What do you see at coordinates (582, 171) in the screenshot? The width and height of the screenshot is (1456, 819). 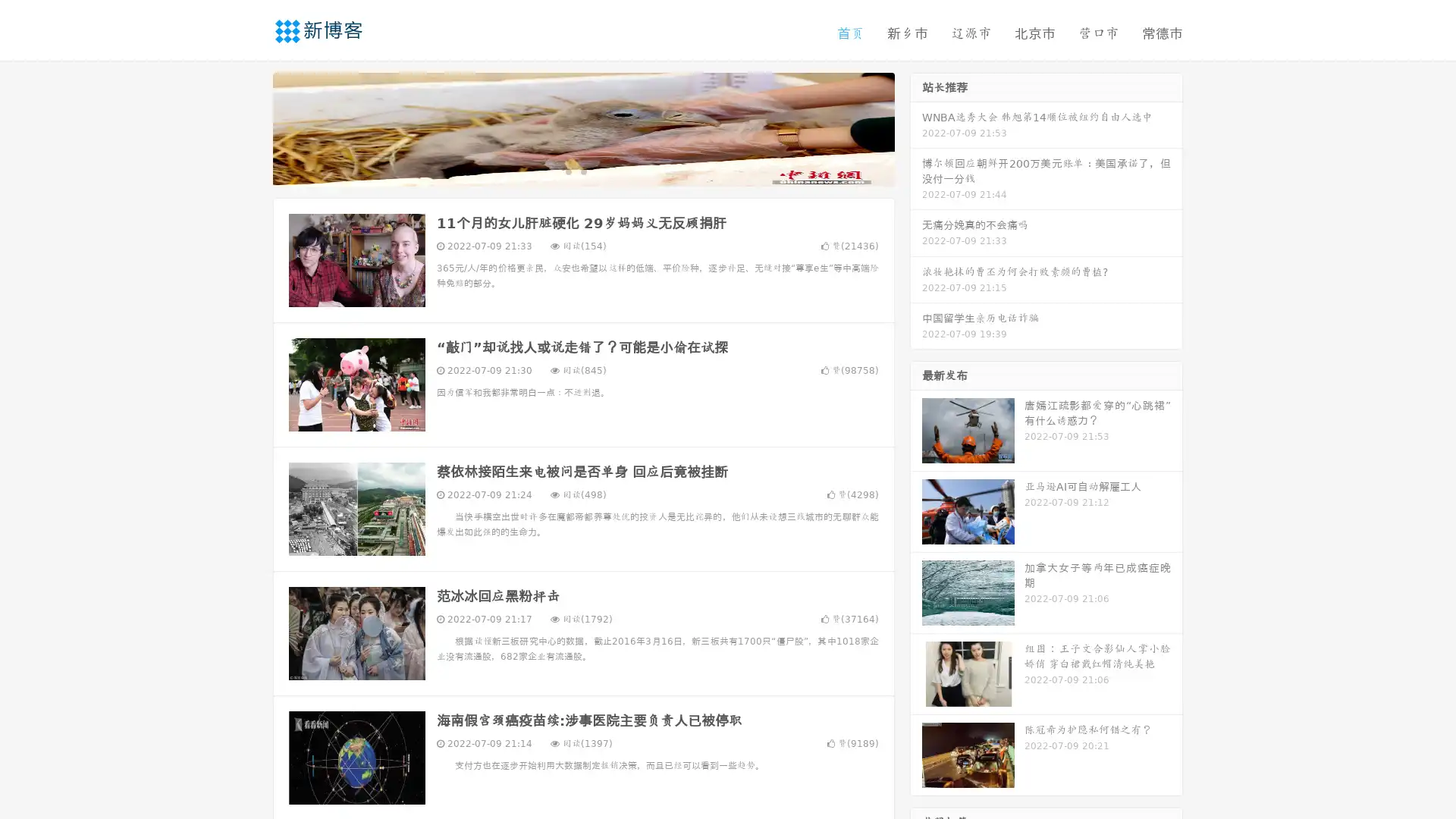 I see `Go to slide 2` at bounding box center [582, 171].